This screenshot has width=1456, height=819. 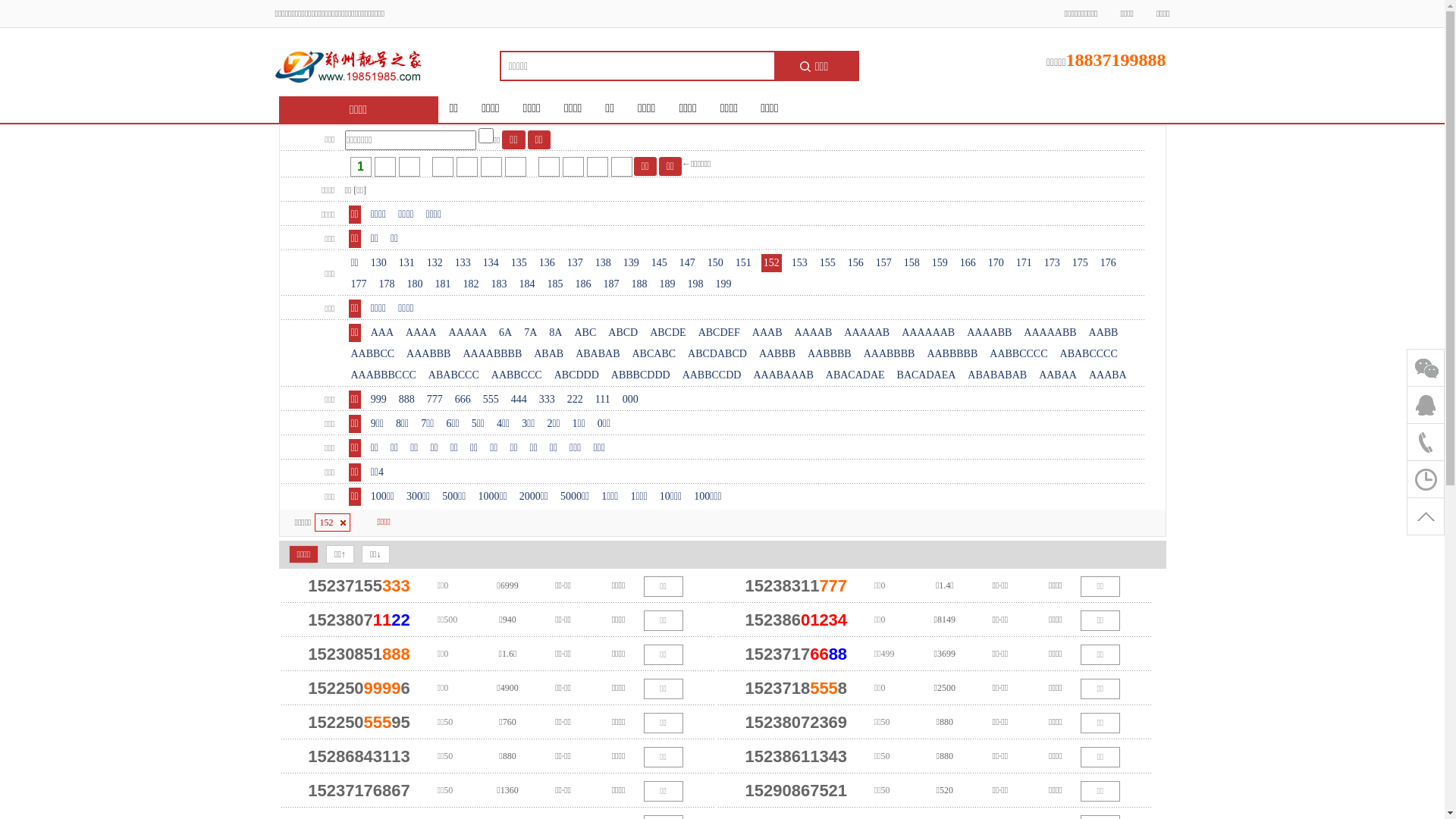 What do you see at coordinates (406, 262) in the screenshot?
I see `'131'` at bounding box center [406, 262].